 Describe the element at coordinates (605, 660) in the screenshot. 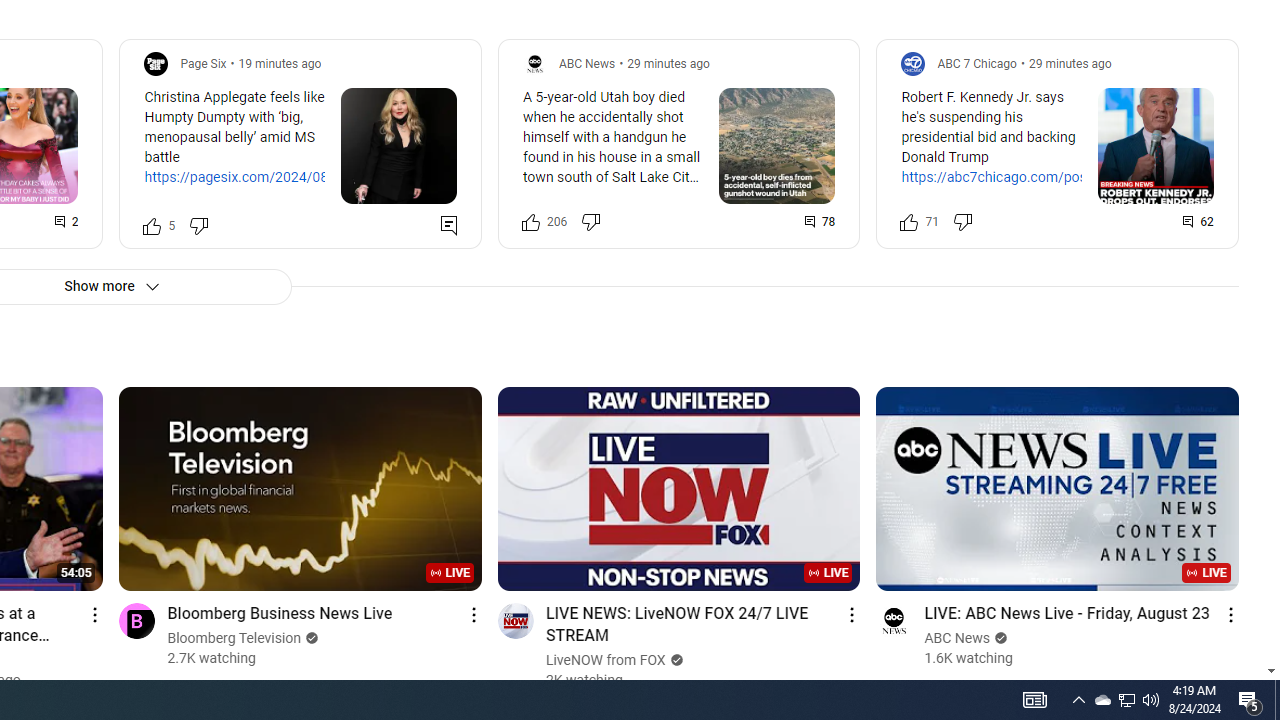

I see `'LiveNOW from FOX'` at that location.